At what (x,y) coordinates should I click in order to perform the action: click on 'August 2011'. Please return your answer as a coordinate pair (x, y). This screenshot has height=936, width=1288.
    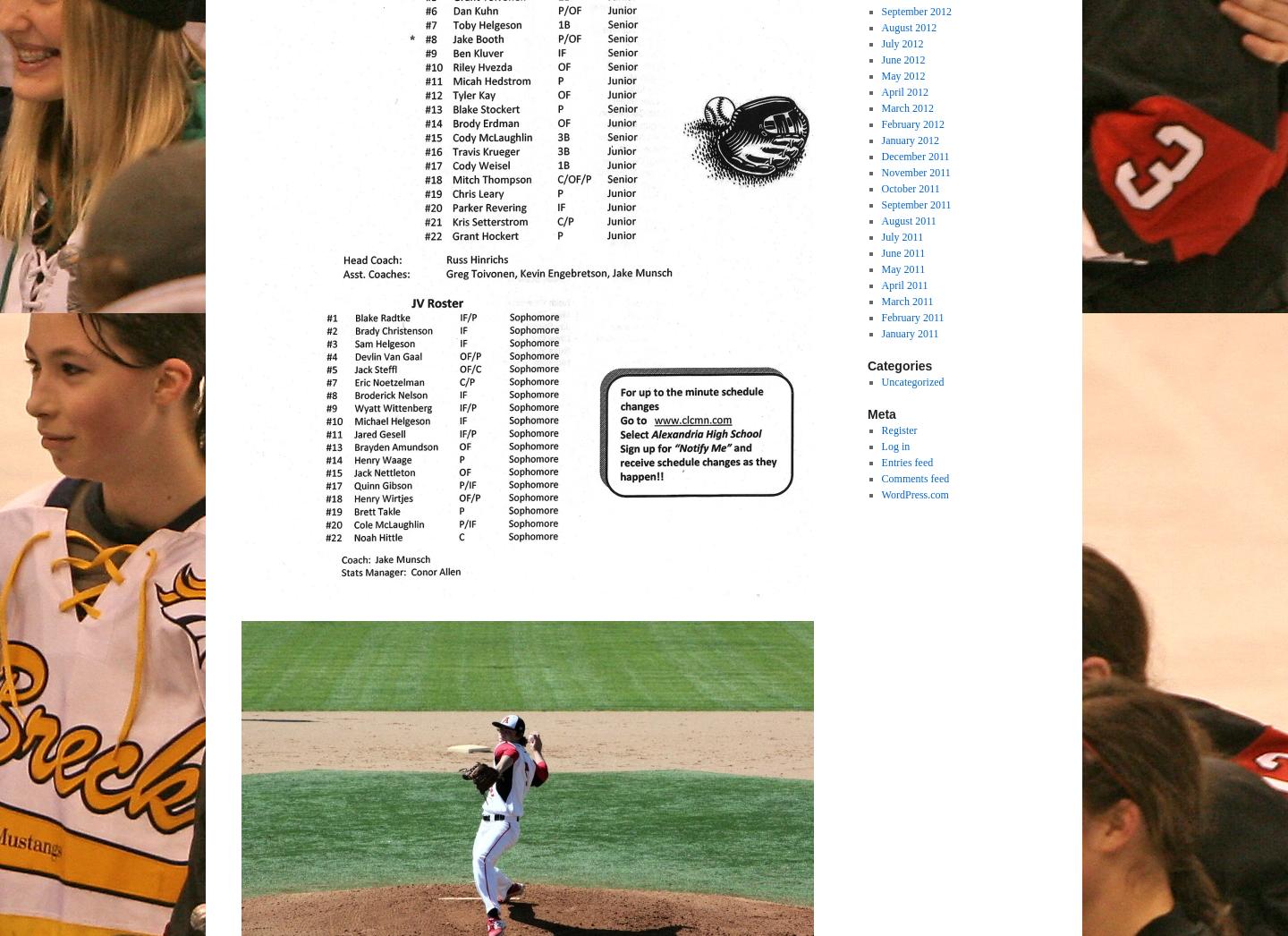
    Looking at the image, I should click on (879, 219).